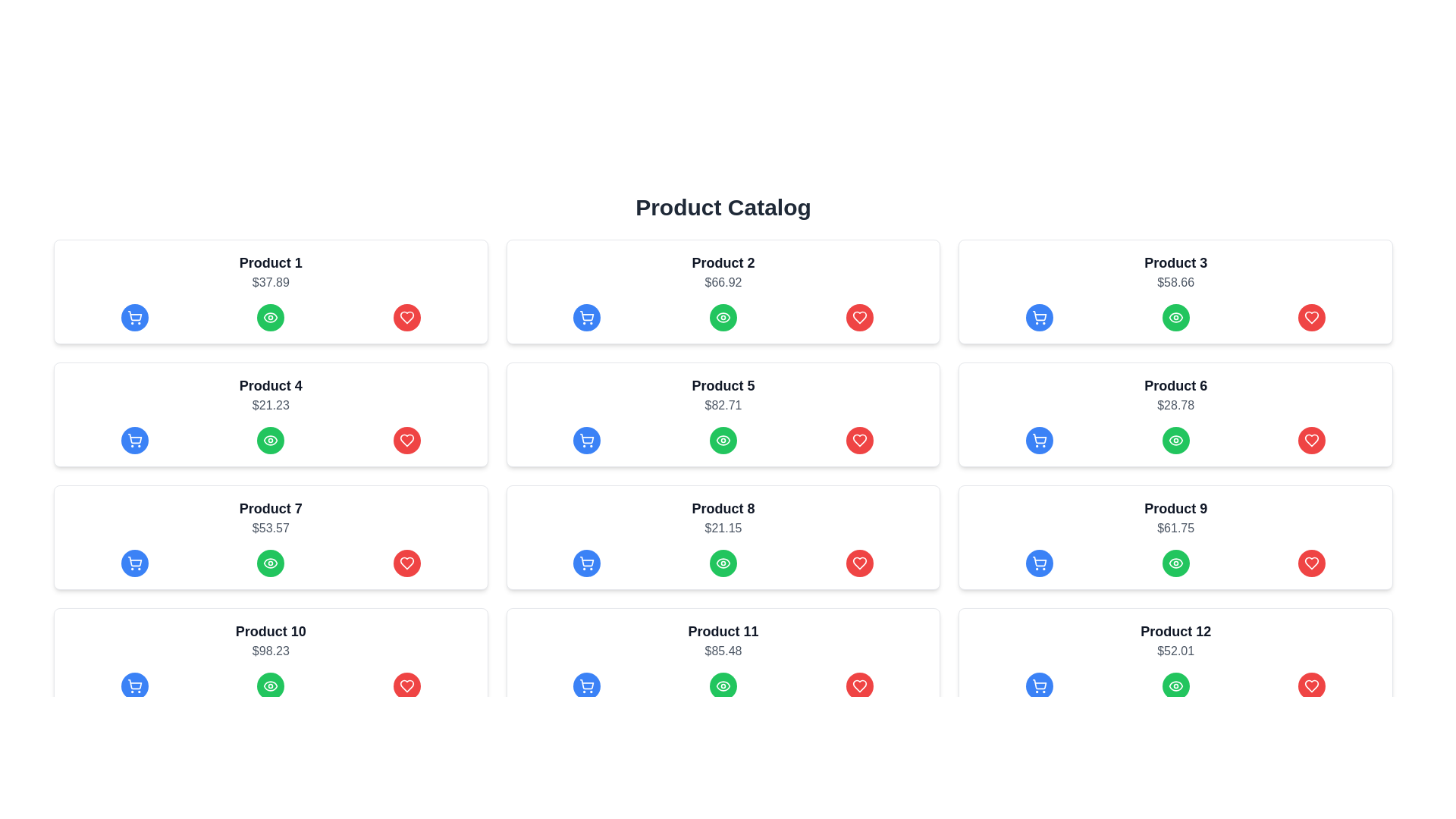 This screenshot has height=819, width=1456. Describe the element at coordinates (406, 441) in the screenshot. I see `the 'favorite' icon for 'Product 4'` at that location.